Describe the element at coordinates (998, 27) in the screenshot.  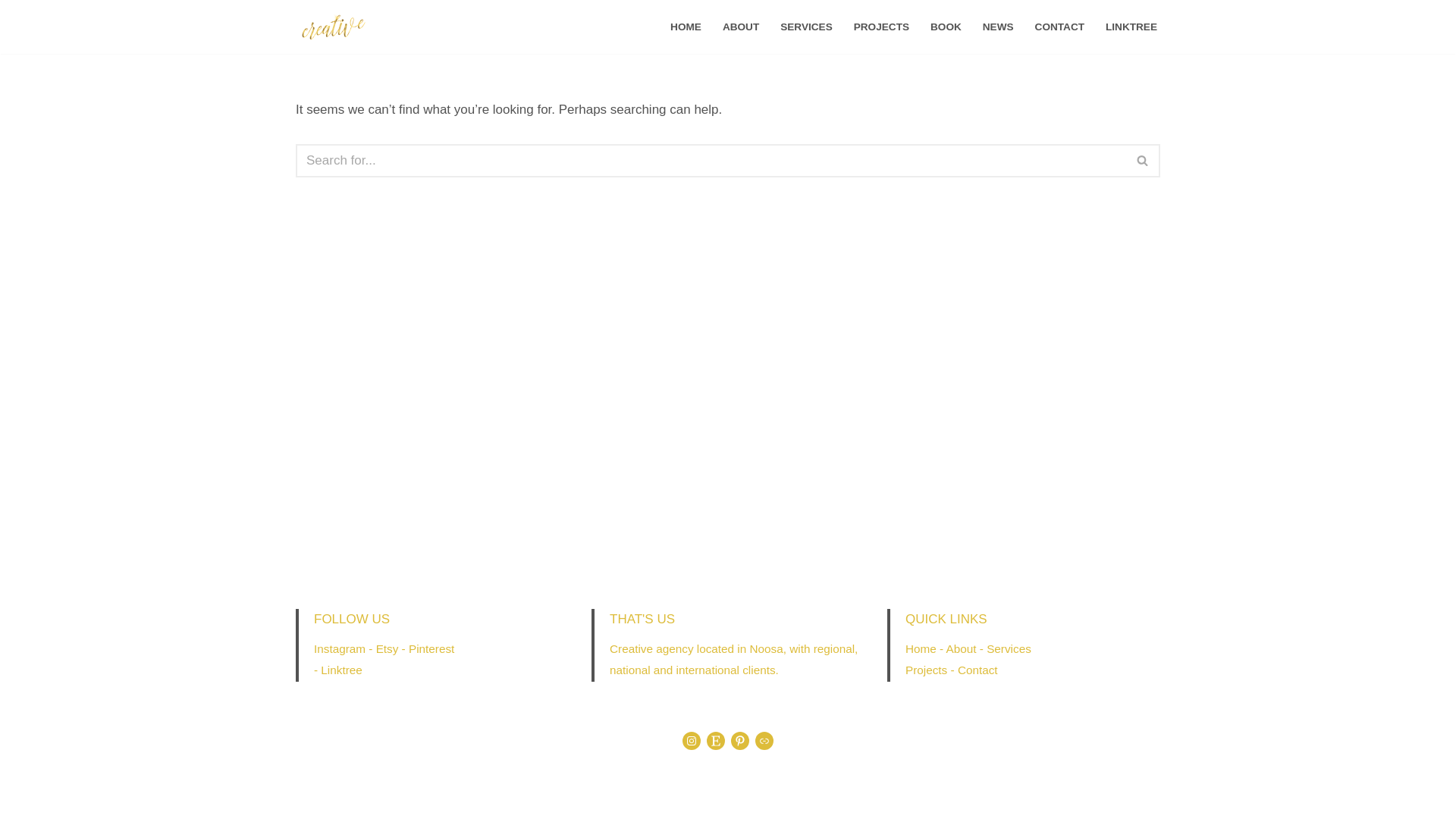
I see `'NEWS'` at that location.